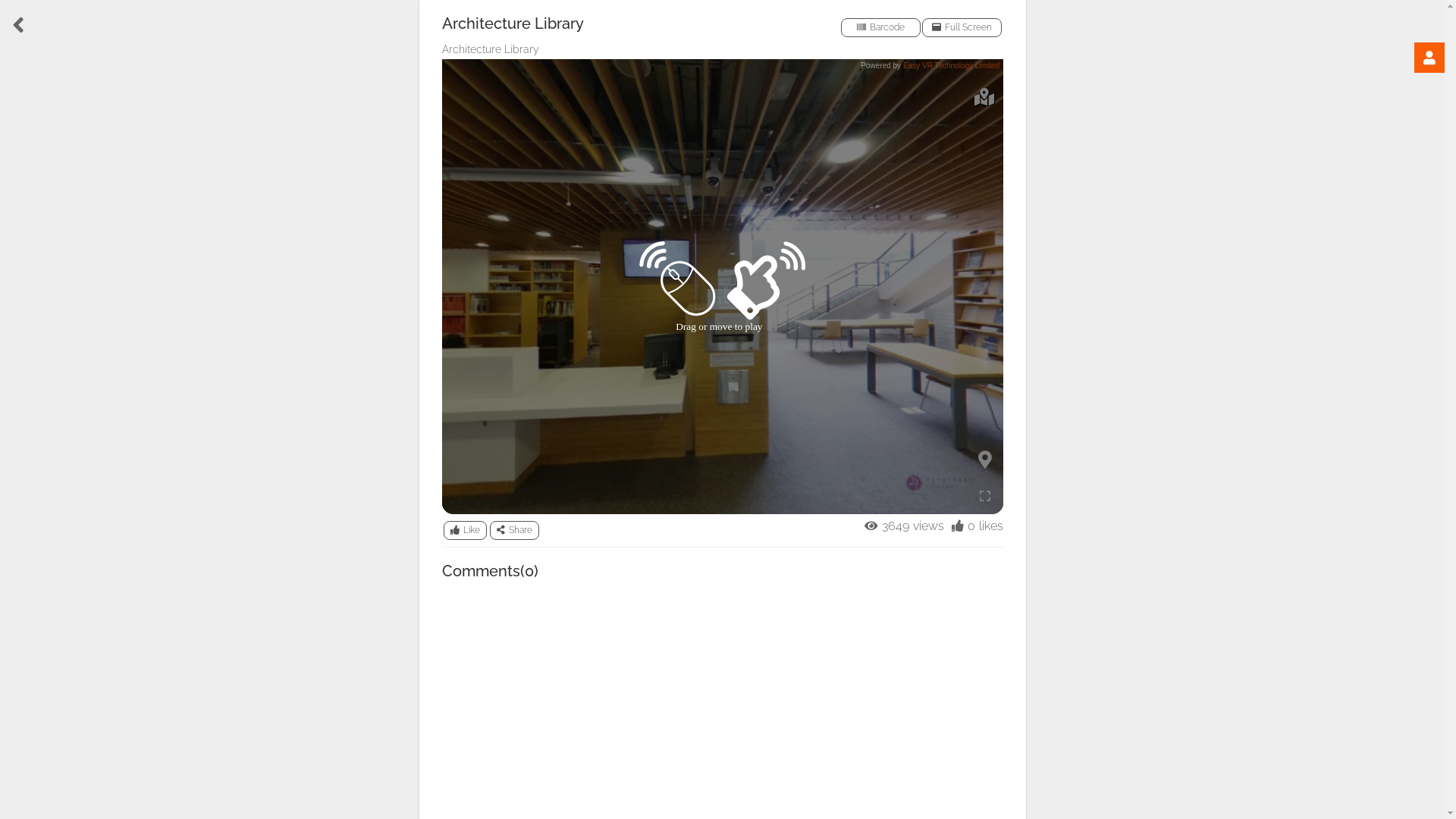  What do you see at coordinates (36, 110) in the screenshot?
I see `'FOOD'` at bounding box center [36, 110].